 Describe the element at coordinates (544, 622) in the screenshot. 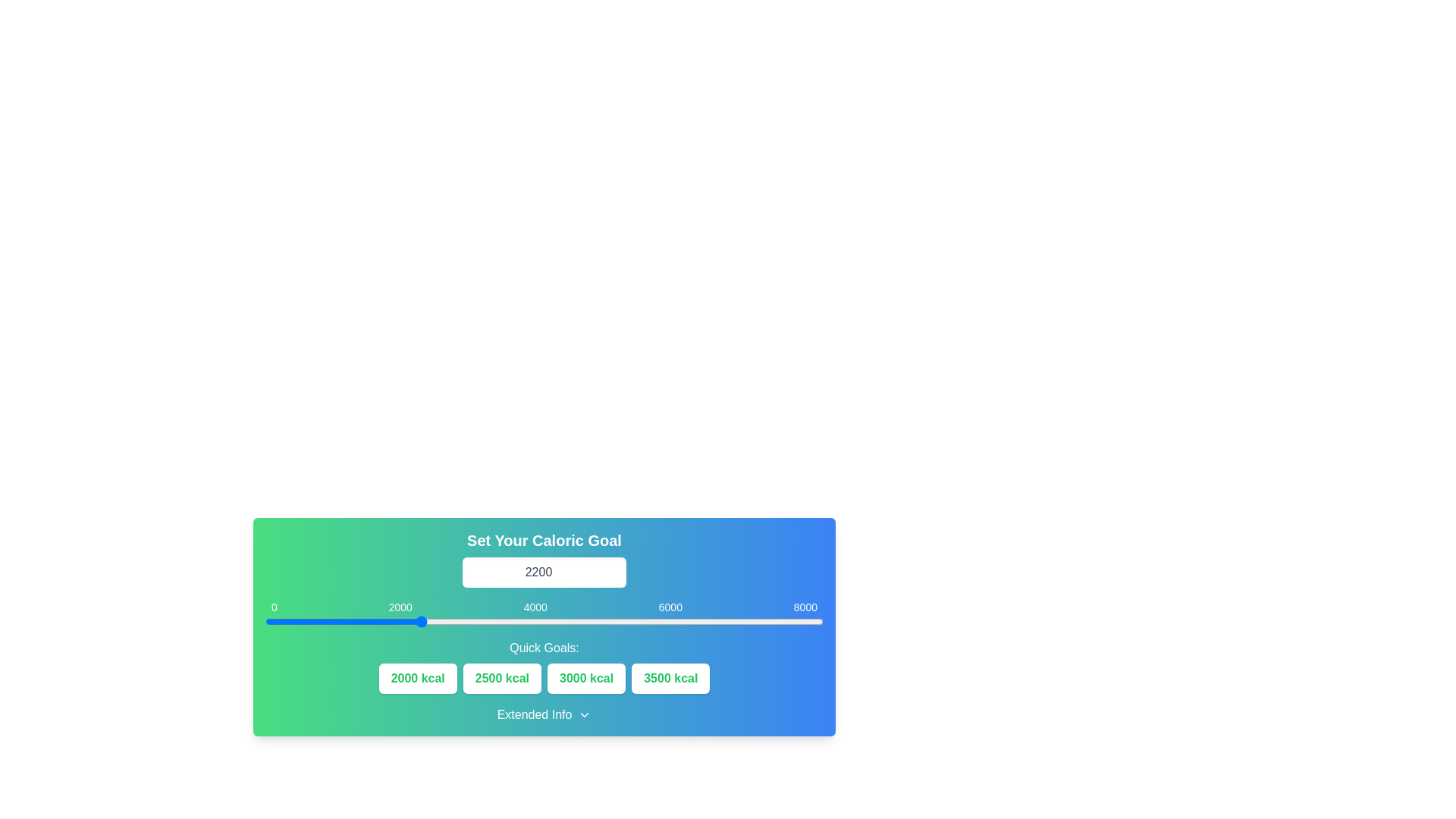

I see `the track of the slider component to set the knob position, allowing users to choose a value within the range of 0 to 8000, which is located below the label 'Set Your Caloric Goal' and above the 'Quick Goals' section` at that location.